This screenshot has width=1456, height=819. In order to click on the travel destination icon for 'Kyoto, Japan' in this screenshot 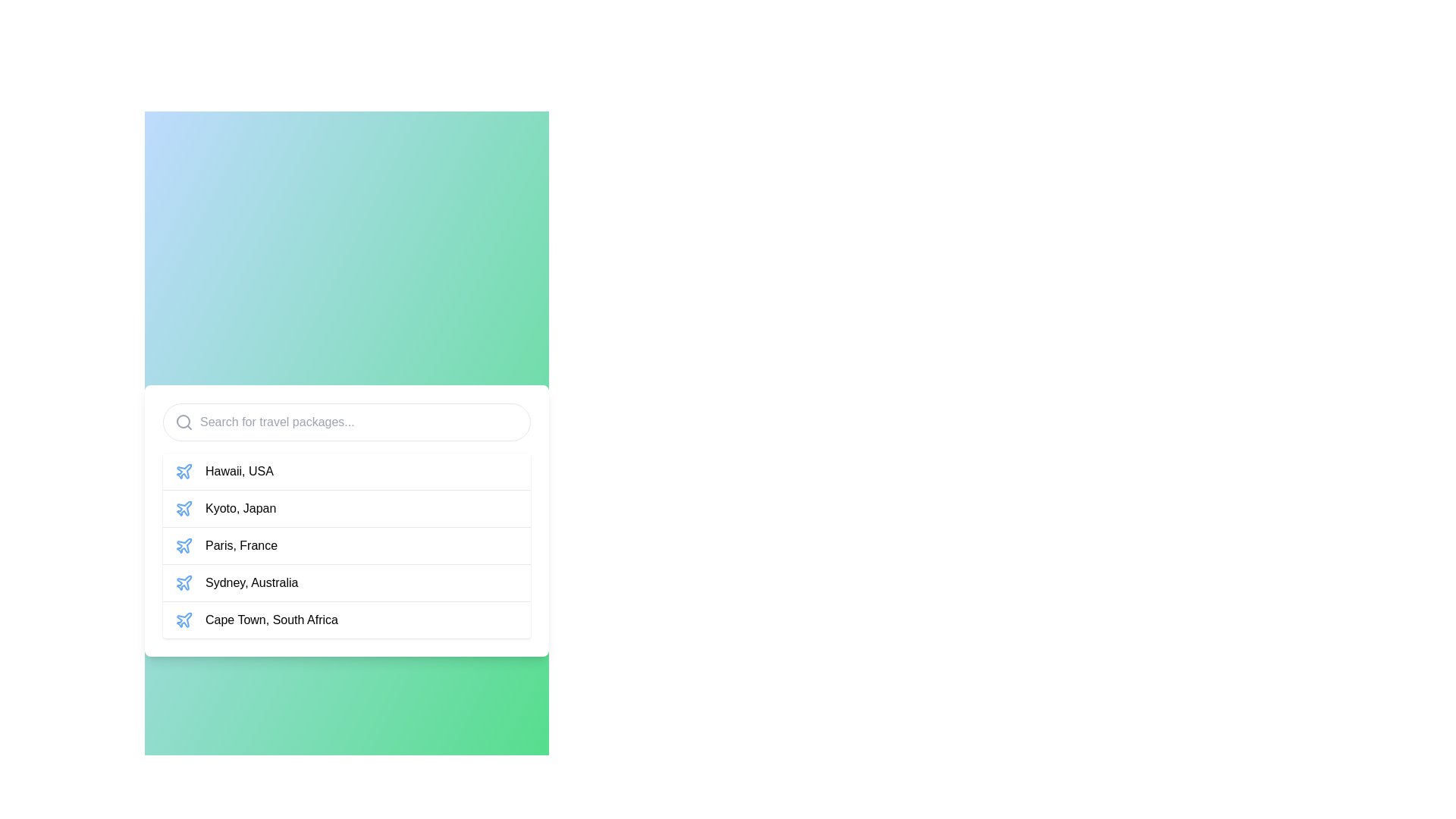, I will do `click(184, 508)`.